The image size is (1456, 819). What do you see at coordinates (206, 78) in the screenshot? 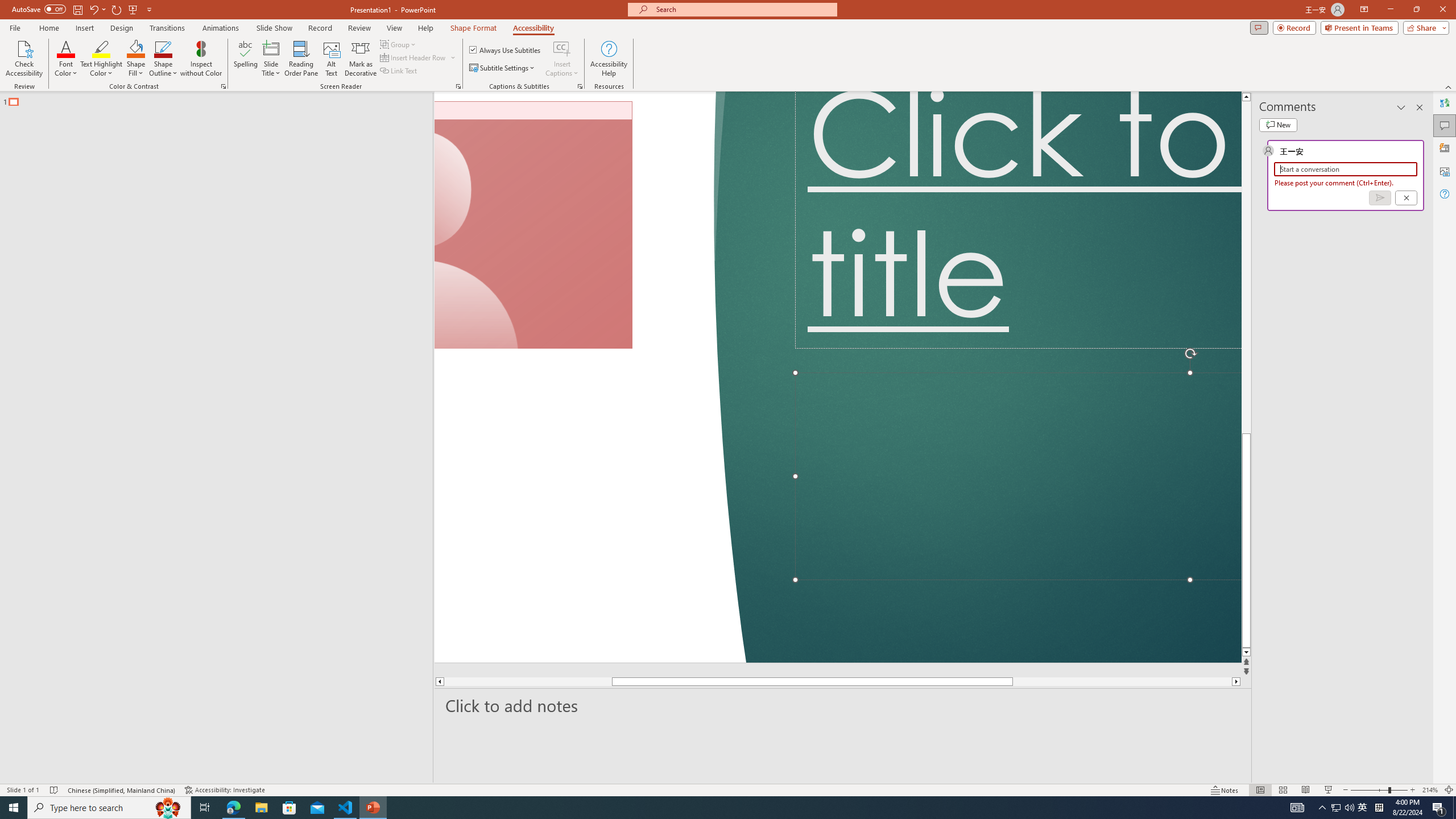
I see `'Font Size'` at bounding box center [206, 78].